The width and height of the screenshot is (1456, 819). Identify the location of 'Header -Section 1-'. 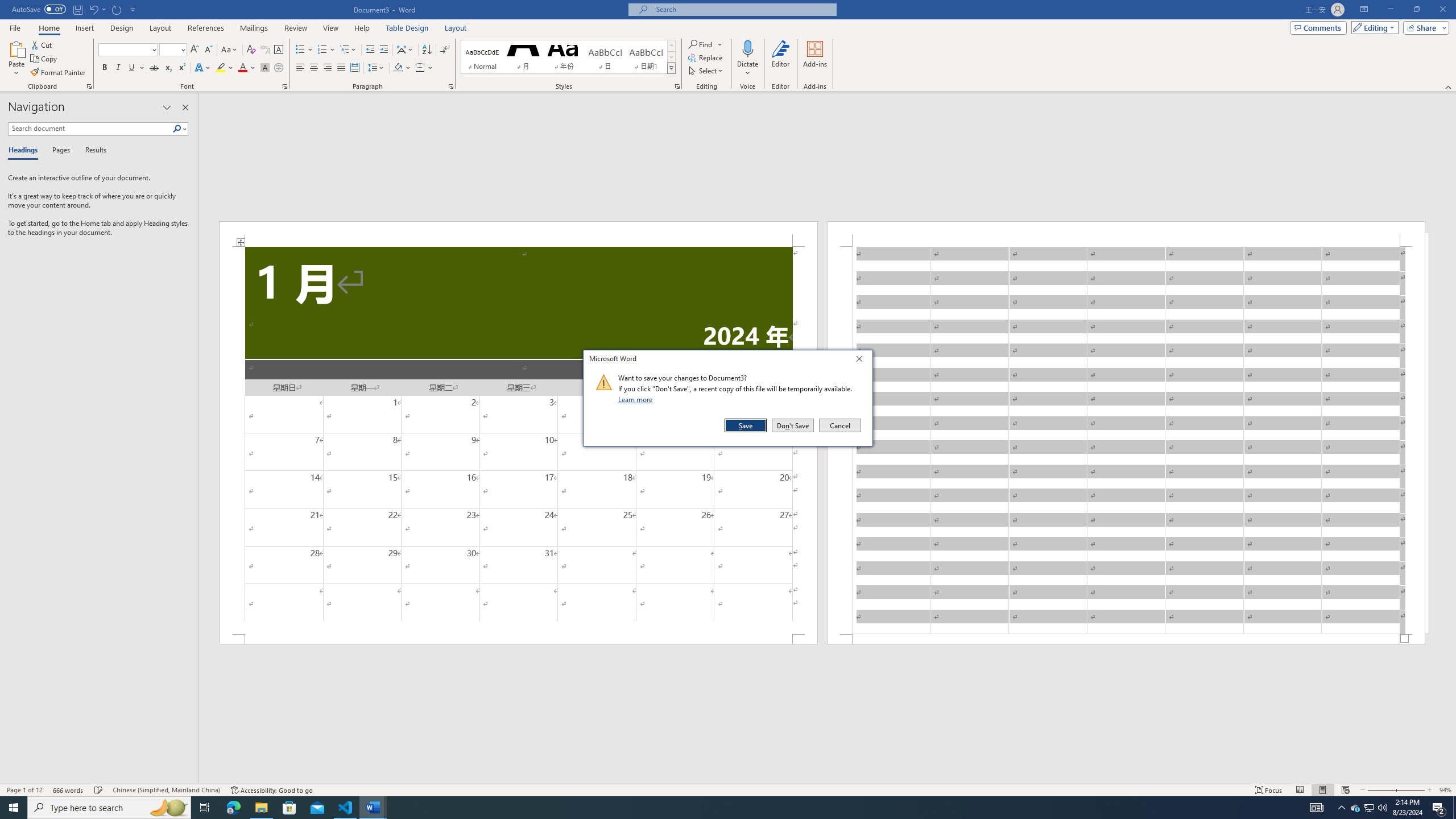
(1126, 233).